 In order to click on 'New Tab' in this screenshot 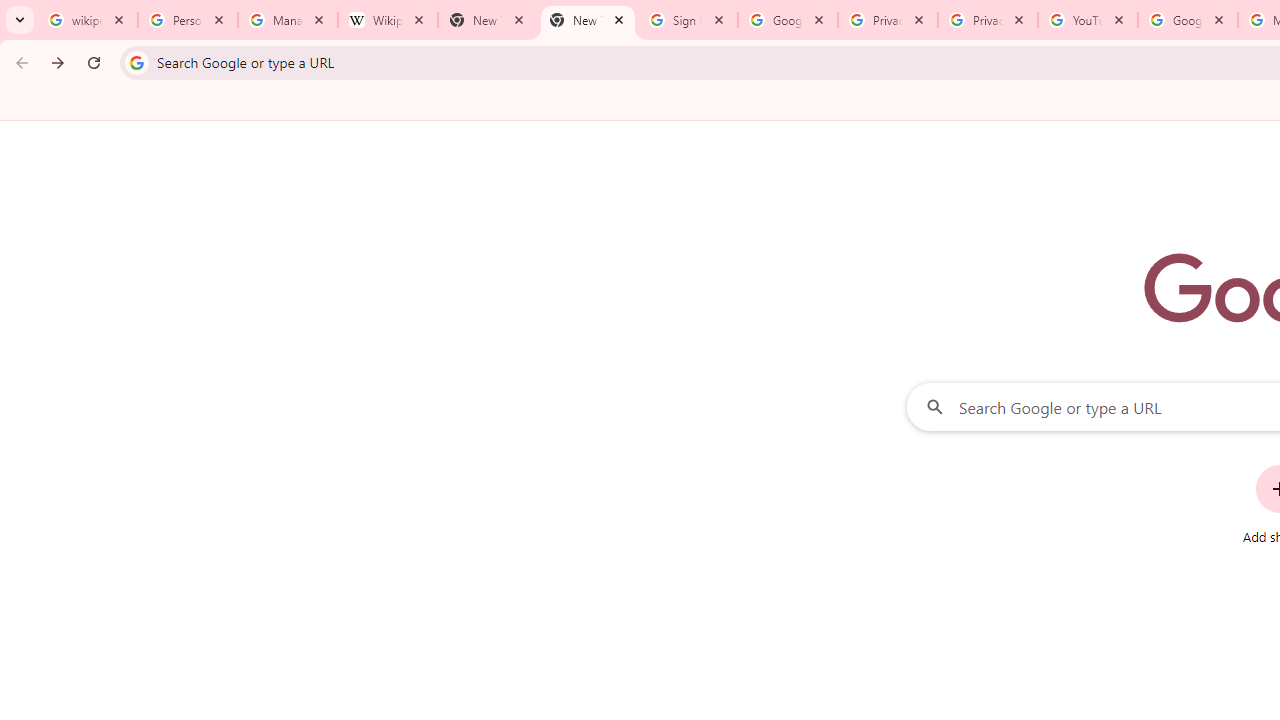, I will do `click(586, 20)`.